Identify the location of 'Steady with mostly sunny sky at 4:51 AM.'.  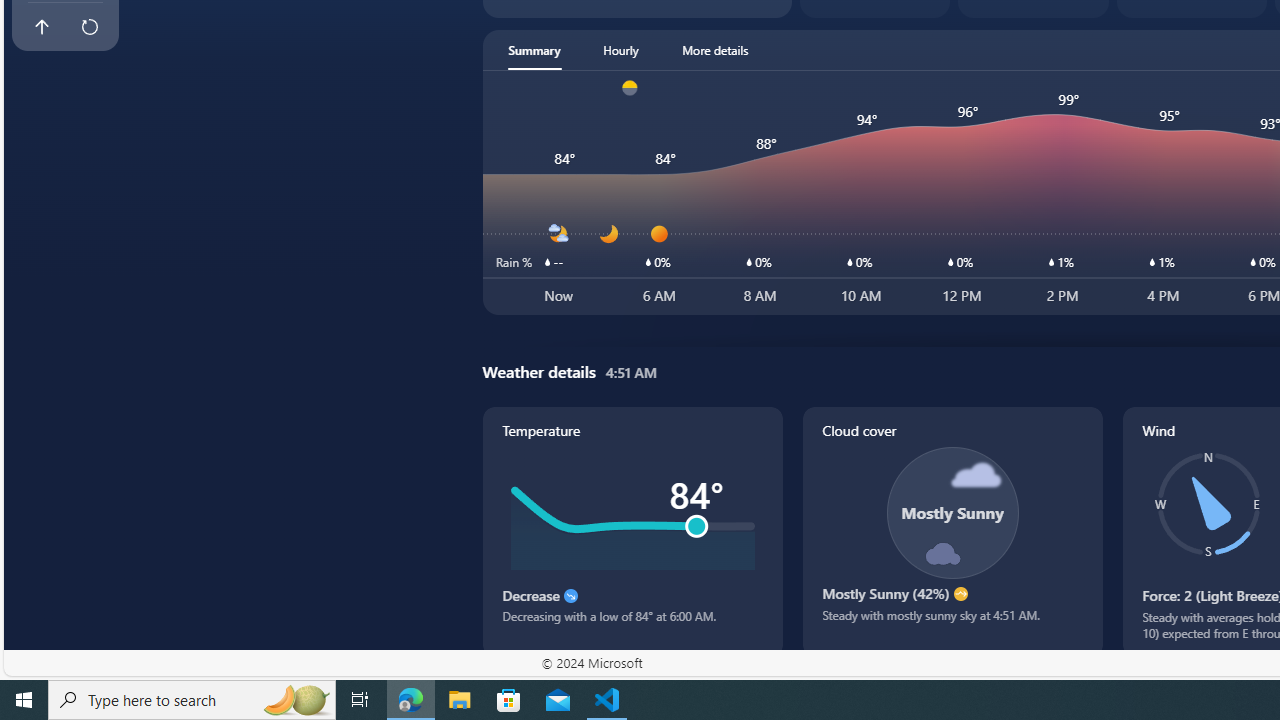
(951, 622).